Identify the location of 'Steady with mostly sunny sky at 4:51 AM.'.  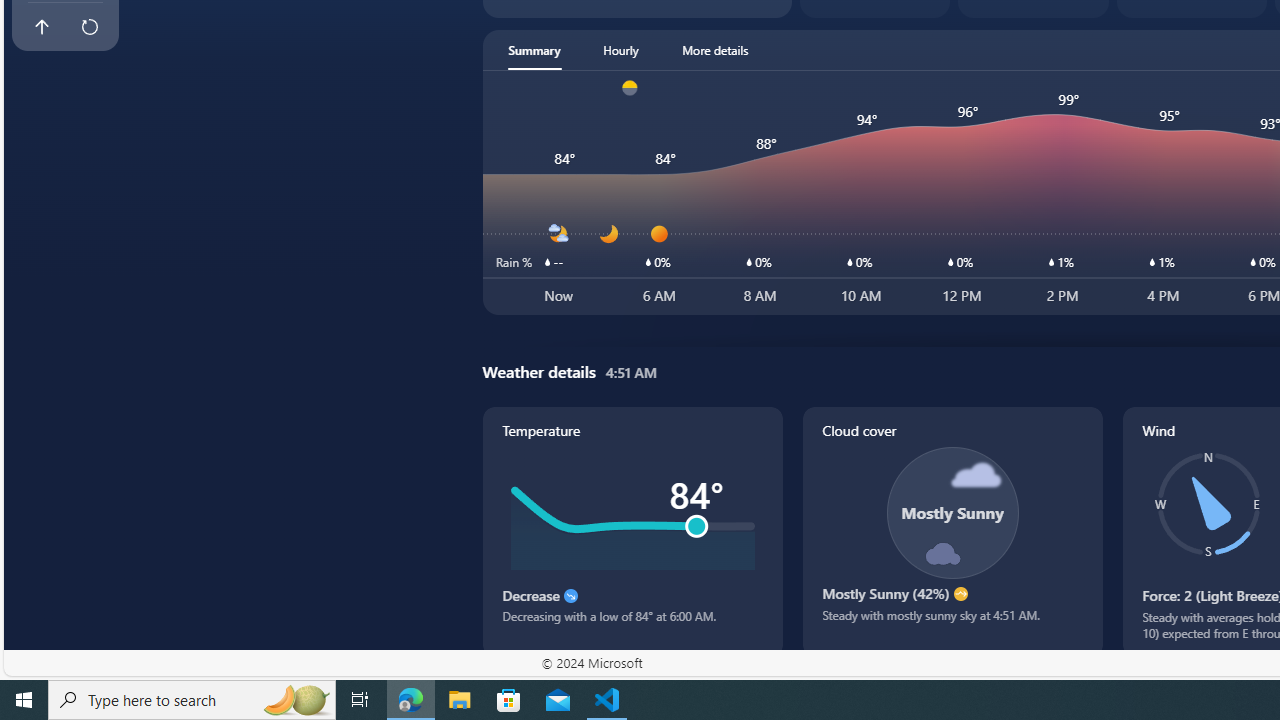
(951, 622).